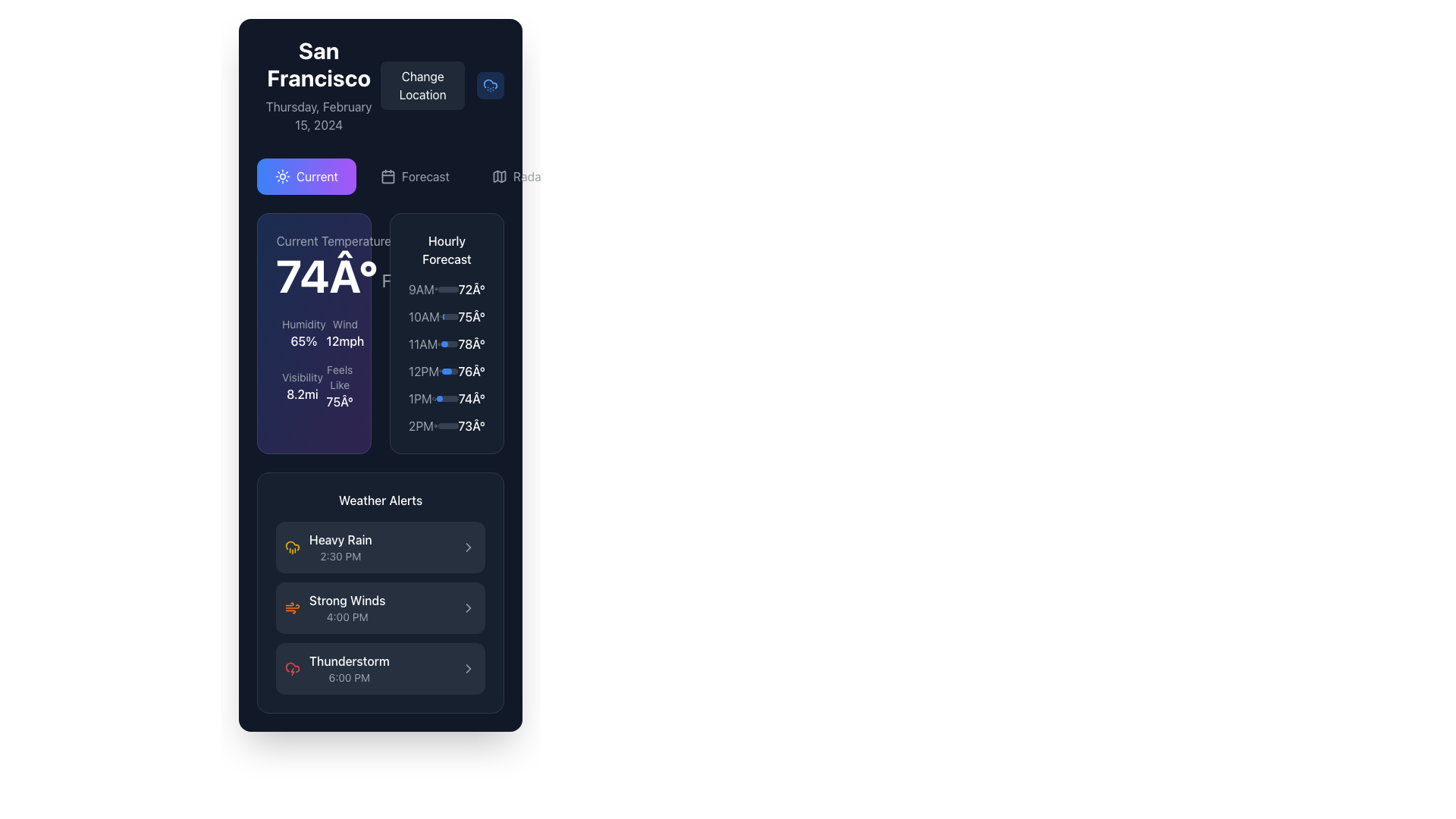  What do you see at coordinates (420, 397) in the screenshot?
I see `the Label or Text Display indicating the 1PM hour in the 'Hourly Forecast' section, located between the '12PM' and '2PM' labels` at bounding box center [420, 397].